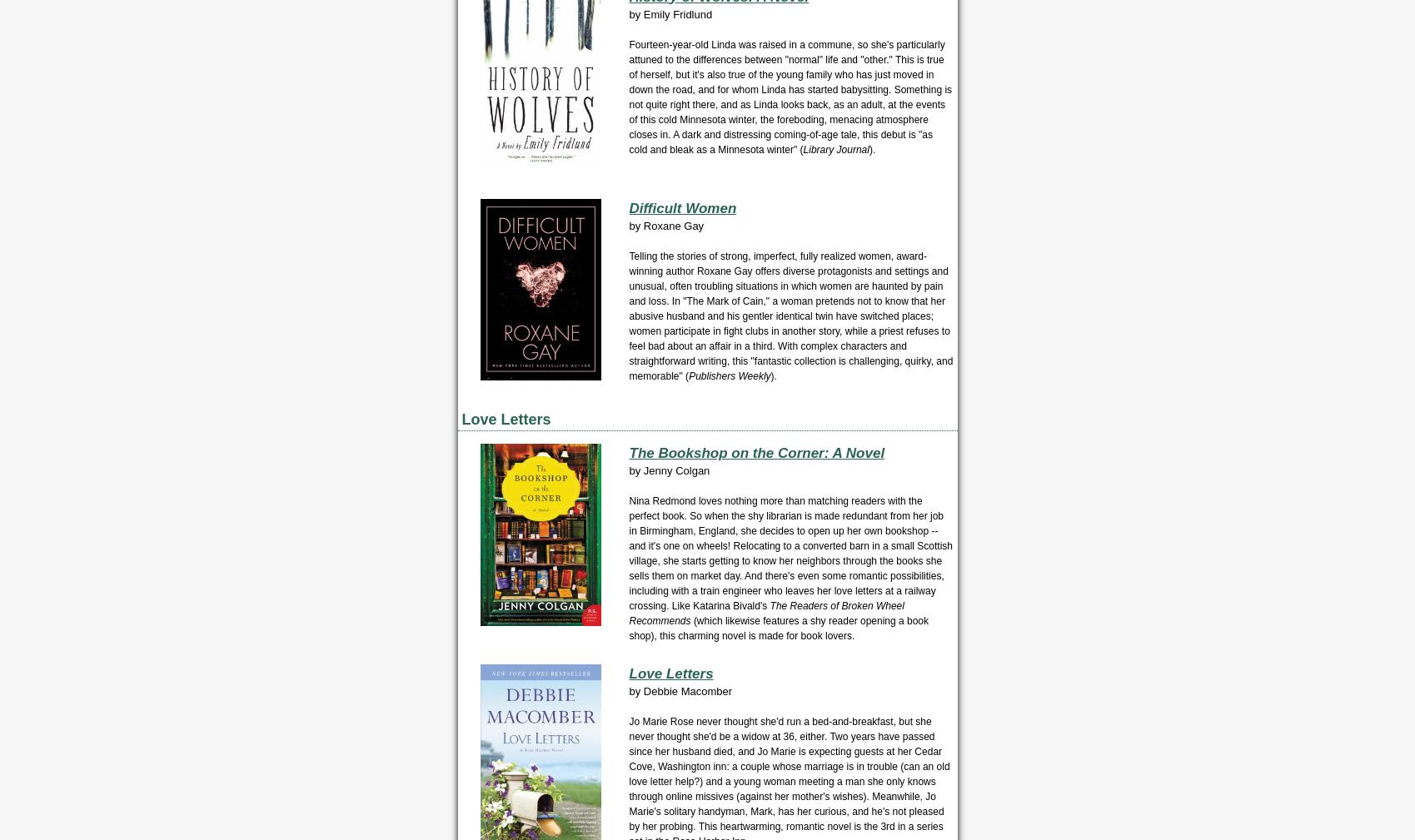  What do you see at coordinates (790, 367) in the screenshot?
I see `'fantastic collection is challenging, quirky, and memorable" ('` at bounding box center [790, 367].